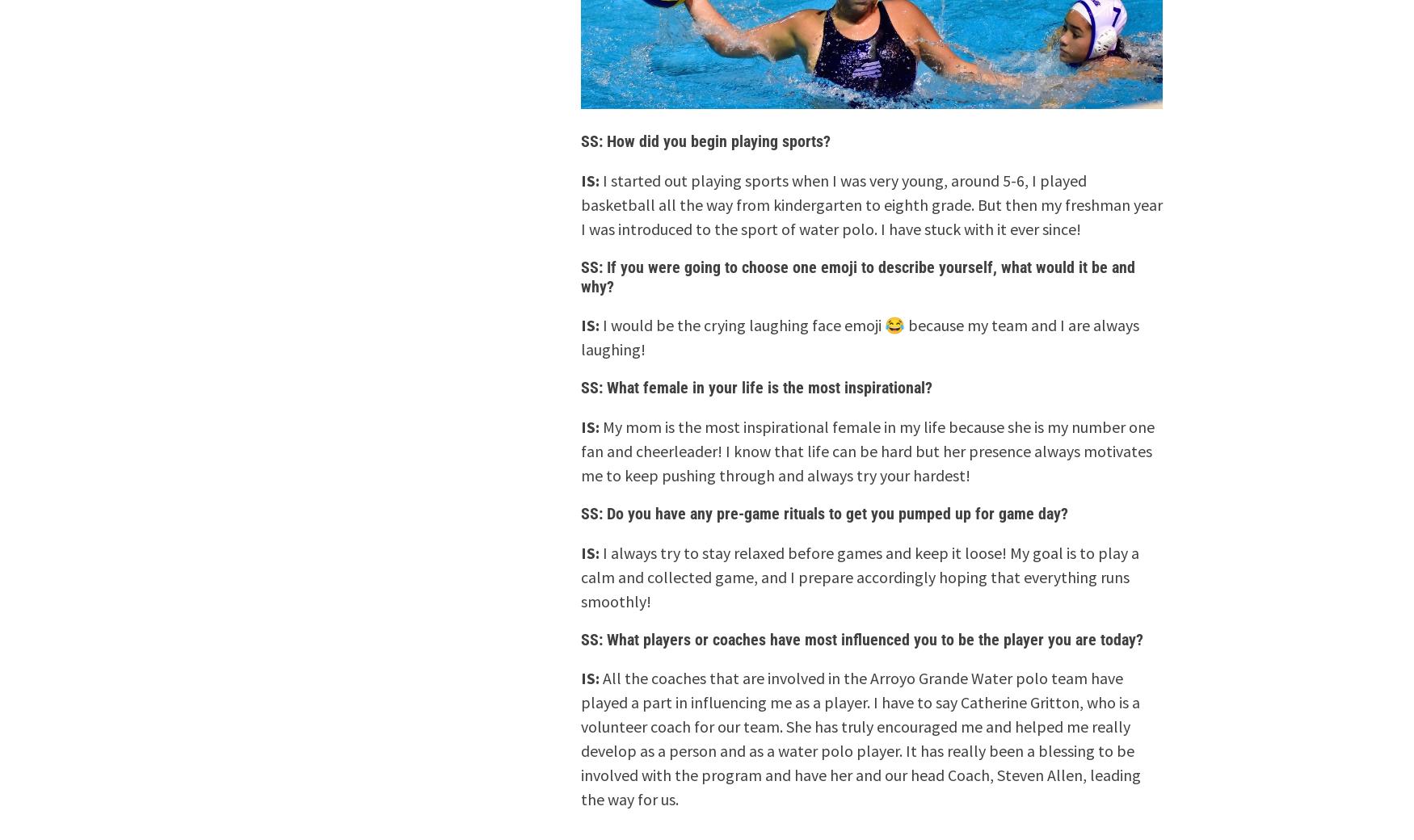  I want to click on 'I would be the crying laughing face emoji 😂 because my team and I are always laughing!', so click(860, 337).